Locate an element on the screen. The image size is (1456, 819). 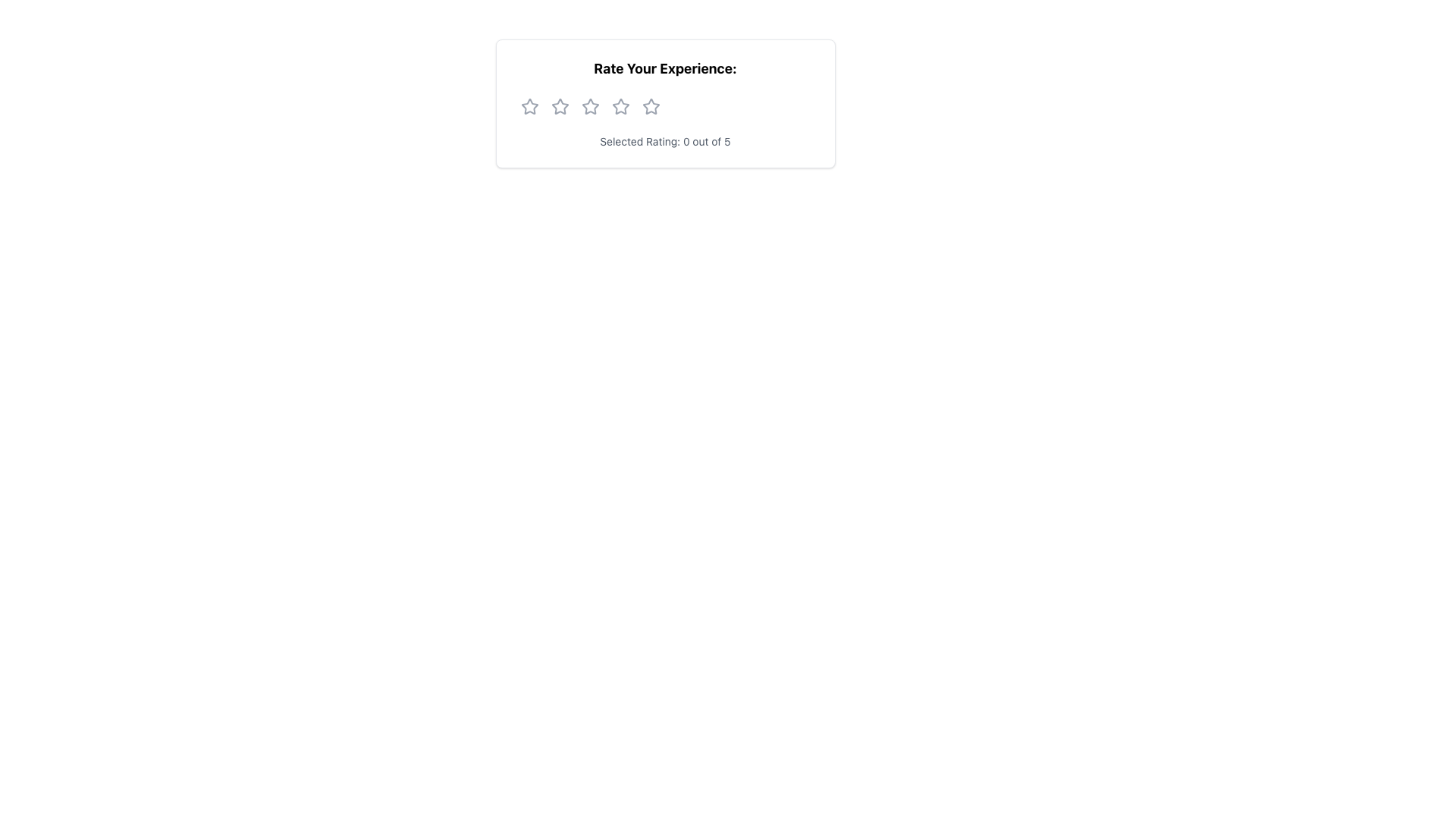
the fourth star in the star rating widget to assign a rating is located at coordinates (651, 106).